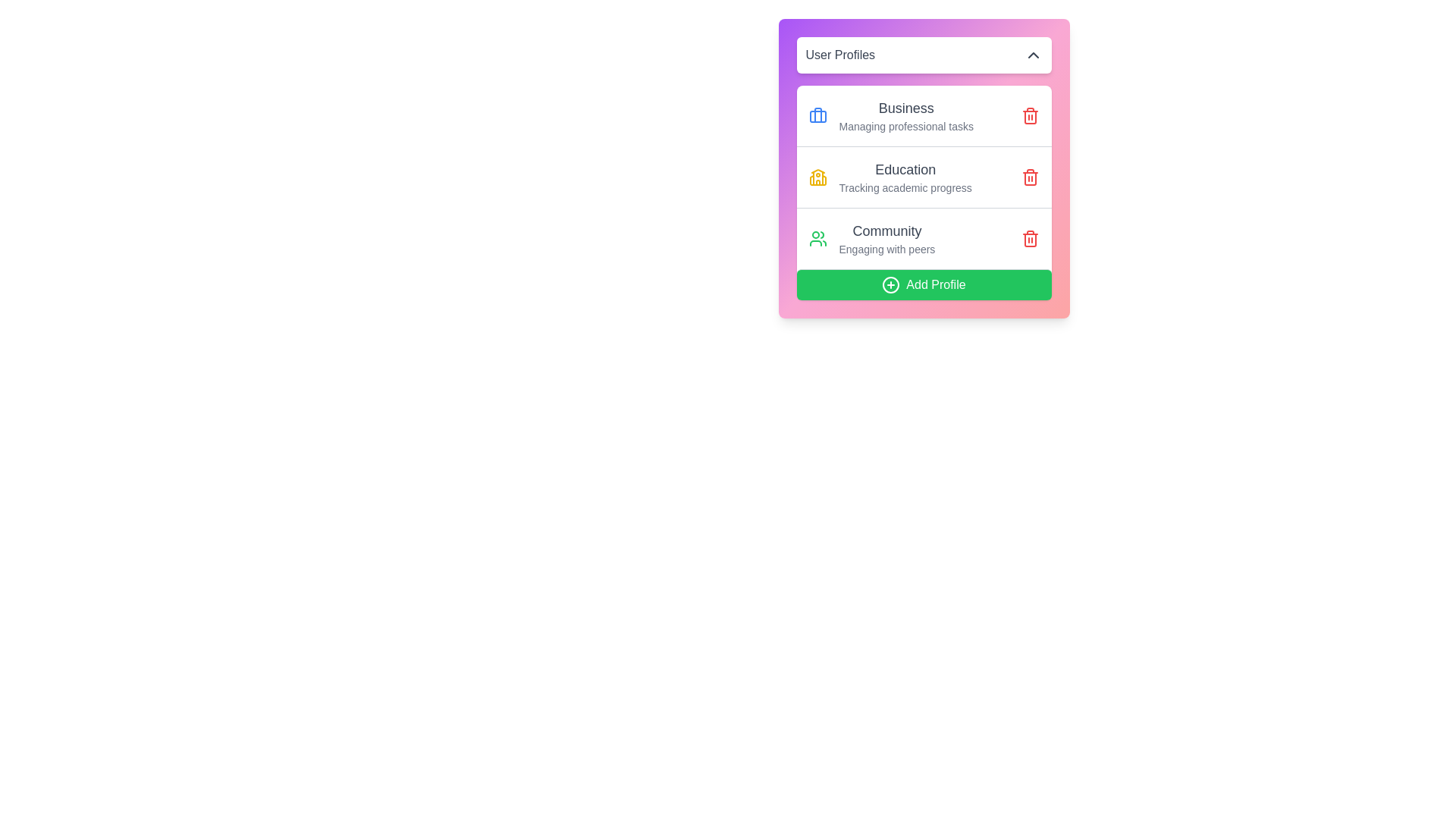 The image size is (1456, 819). I want to click on the text element indicating 'Managing professional tasks' in the Business category, which is positioned below a briefcase icon and above profiles named 'Education' and 'Community', so click(906, 115).